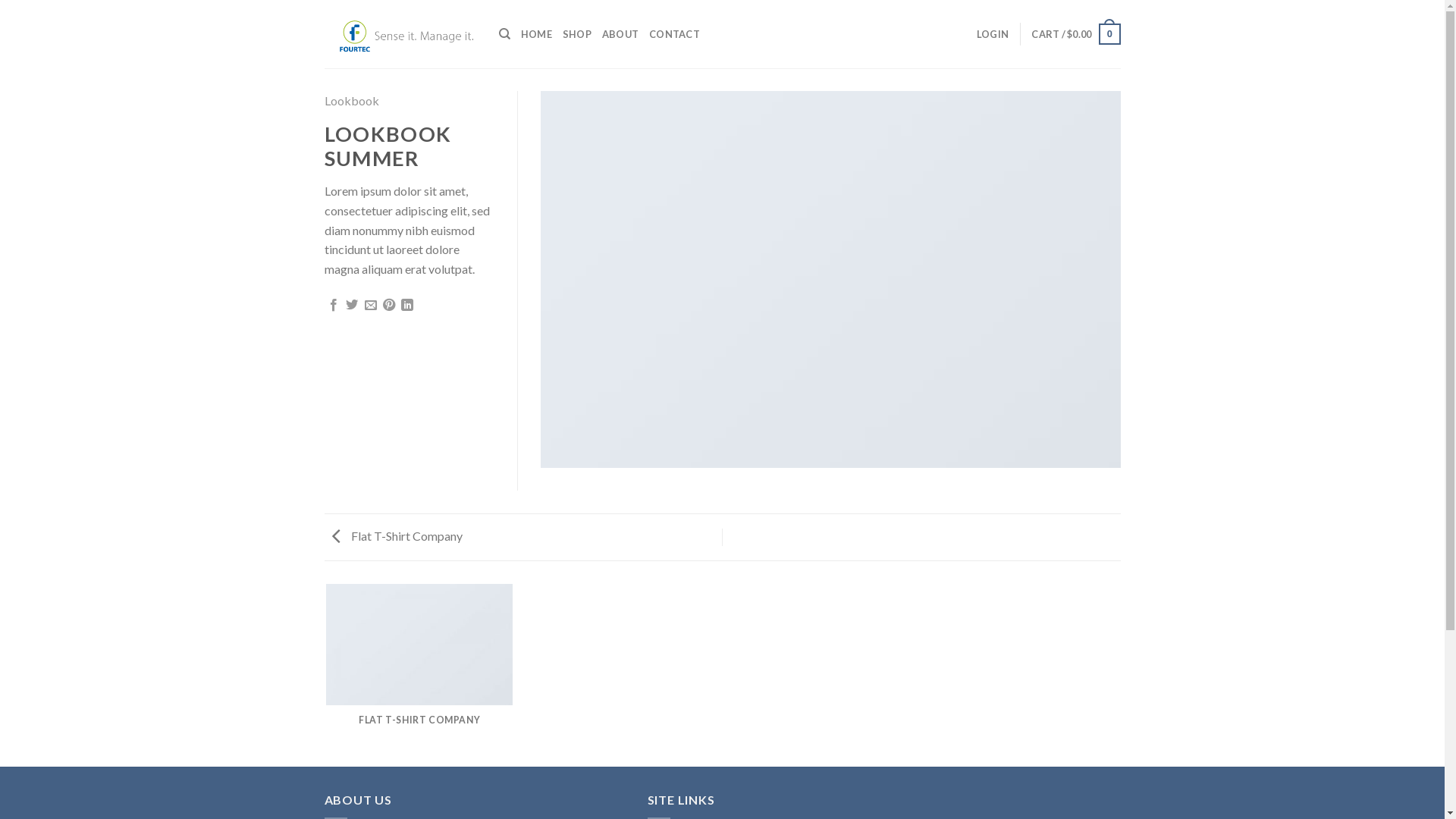  I want to click on 'CONTACT', so click(673, 34).